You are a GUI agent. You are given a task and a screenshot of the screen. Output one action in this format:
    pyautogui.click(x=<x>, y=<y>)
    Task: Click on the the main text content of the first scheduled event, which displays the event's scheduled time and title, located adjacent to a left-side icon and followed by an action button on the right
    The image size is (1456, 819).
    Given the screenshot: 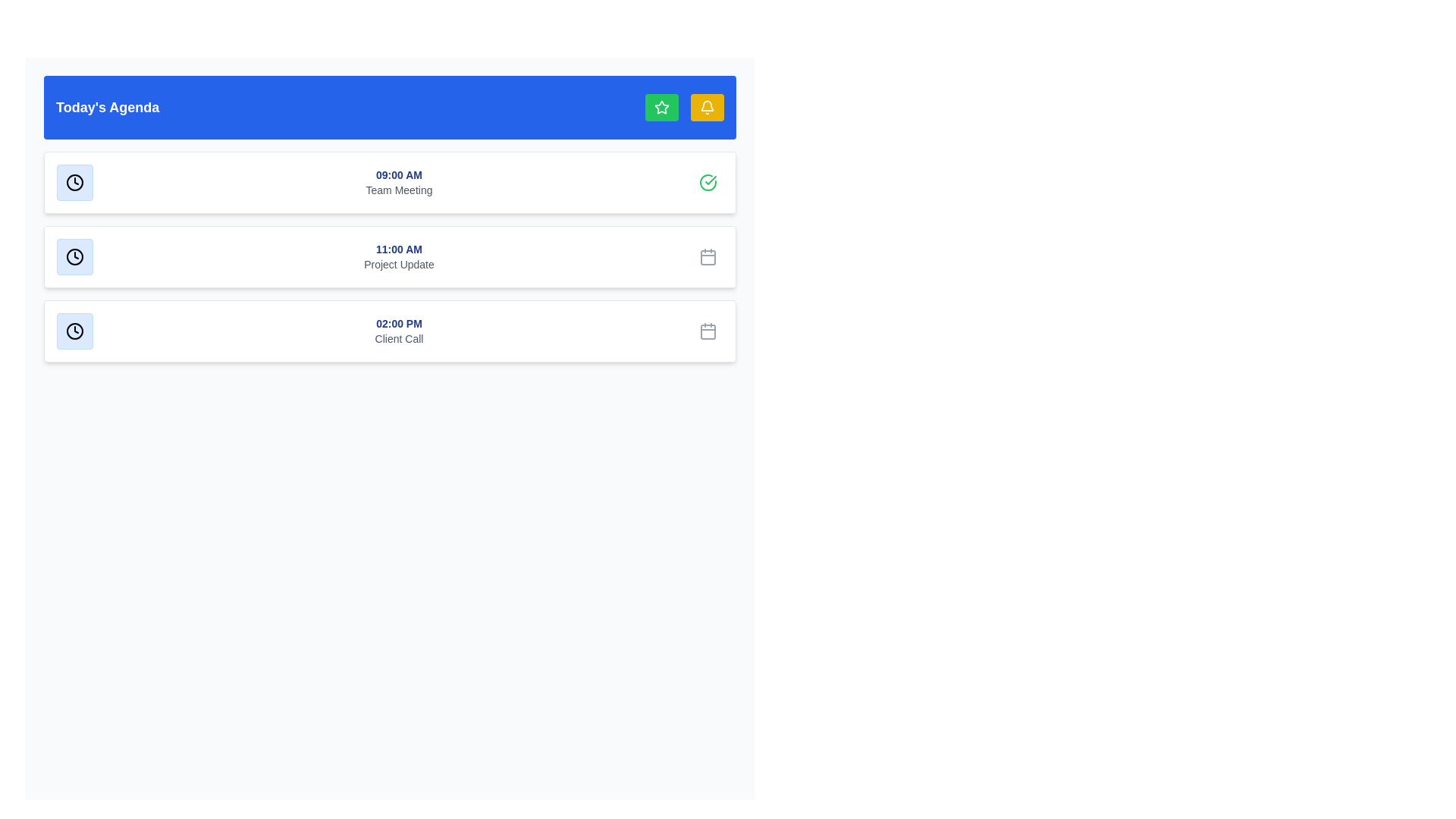 What is the action you would take?
    pyautogui.click(x=399, y=181)
    